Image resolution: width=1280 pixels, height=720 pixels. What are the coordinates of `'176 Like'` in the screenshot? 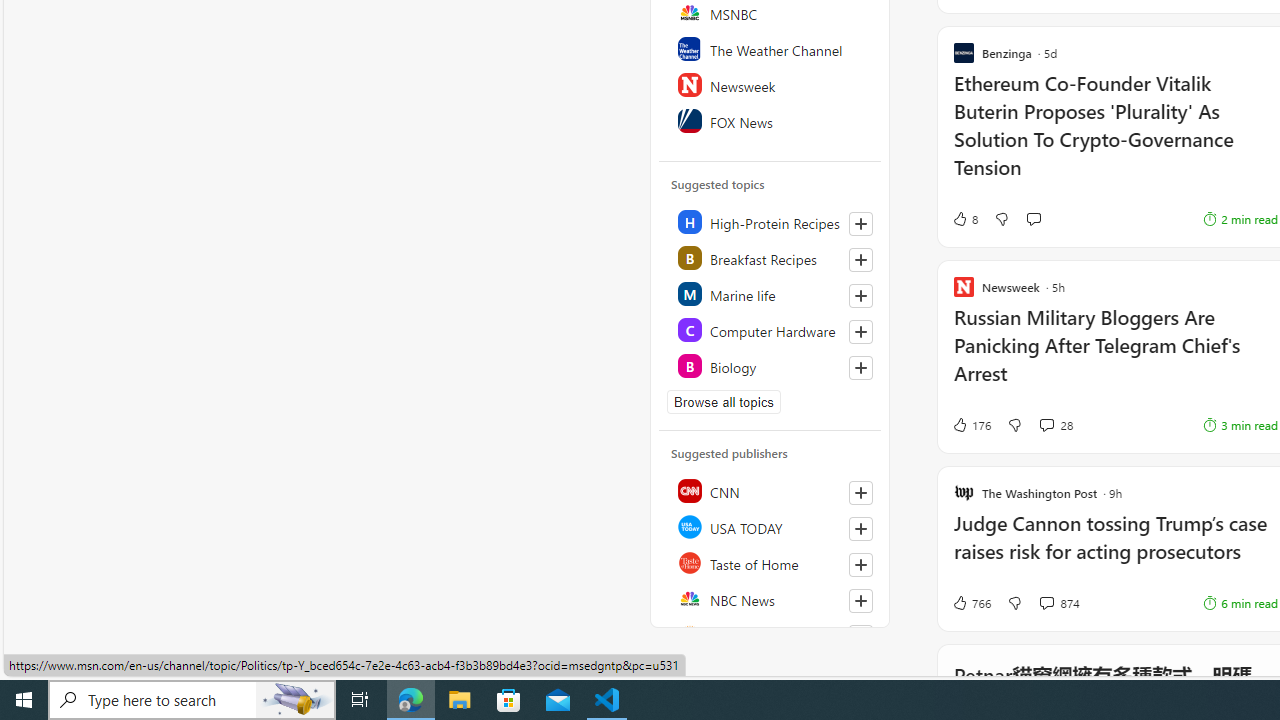 It's located at (970, 424).